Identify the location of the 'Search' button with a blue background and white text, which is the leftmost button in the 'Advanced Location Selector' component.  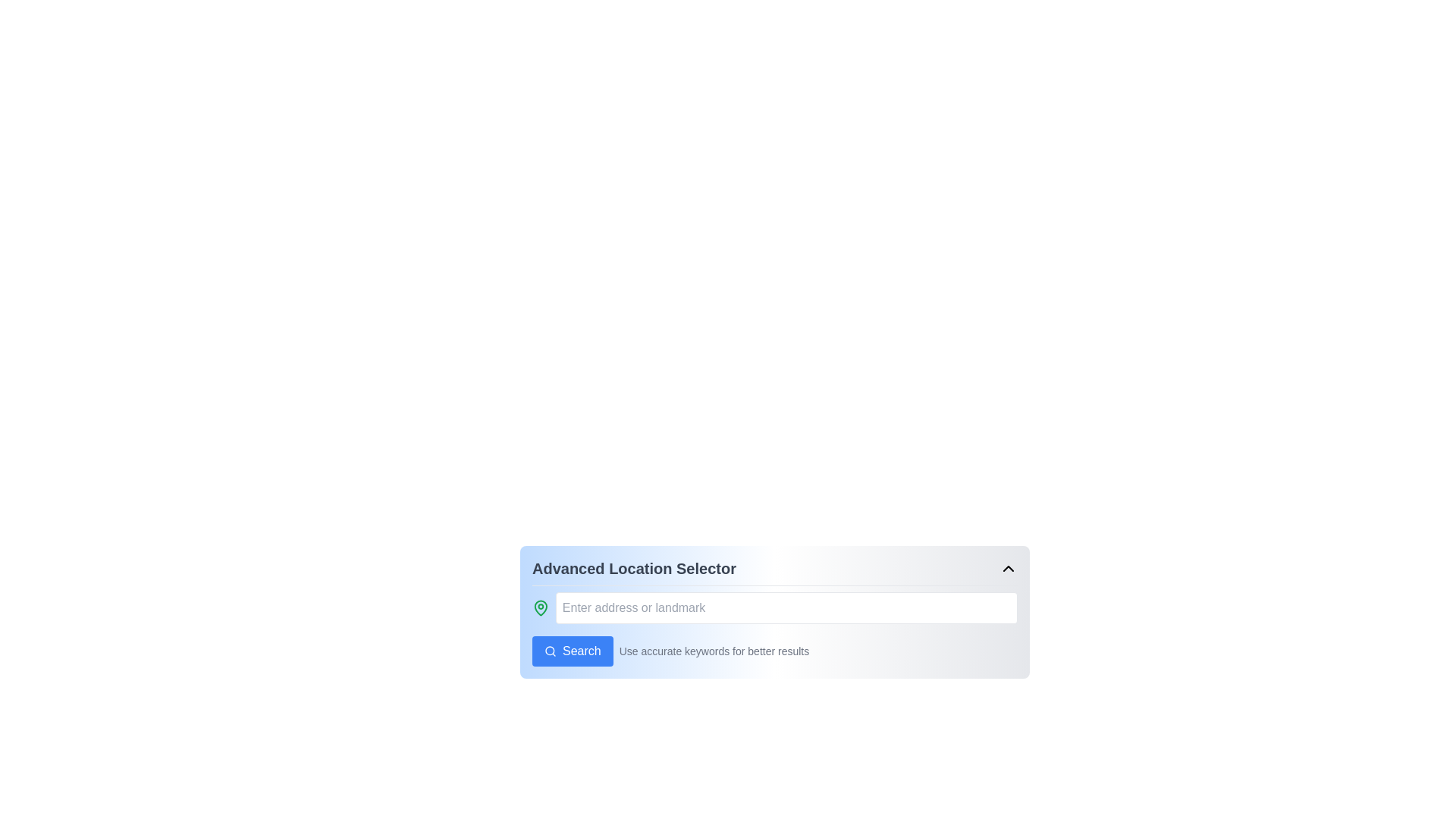
(572, 651).